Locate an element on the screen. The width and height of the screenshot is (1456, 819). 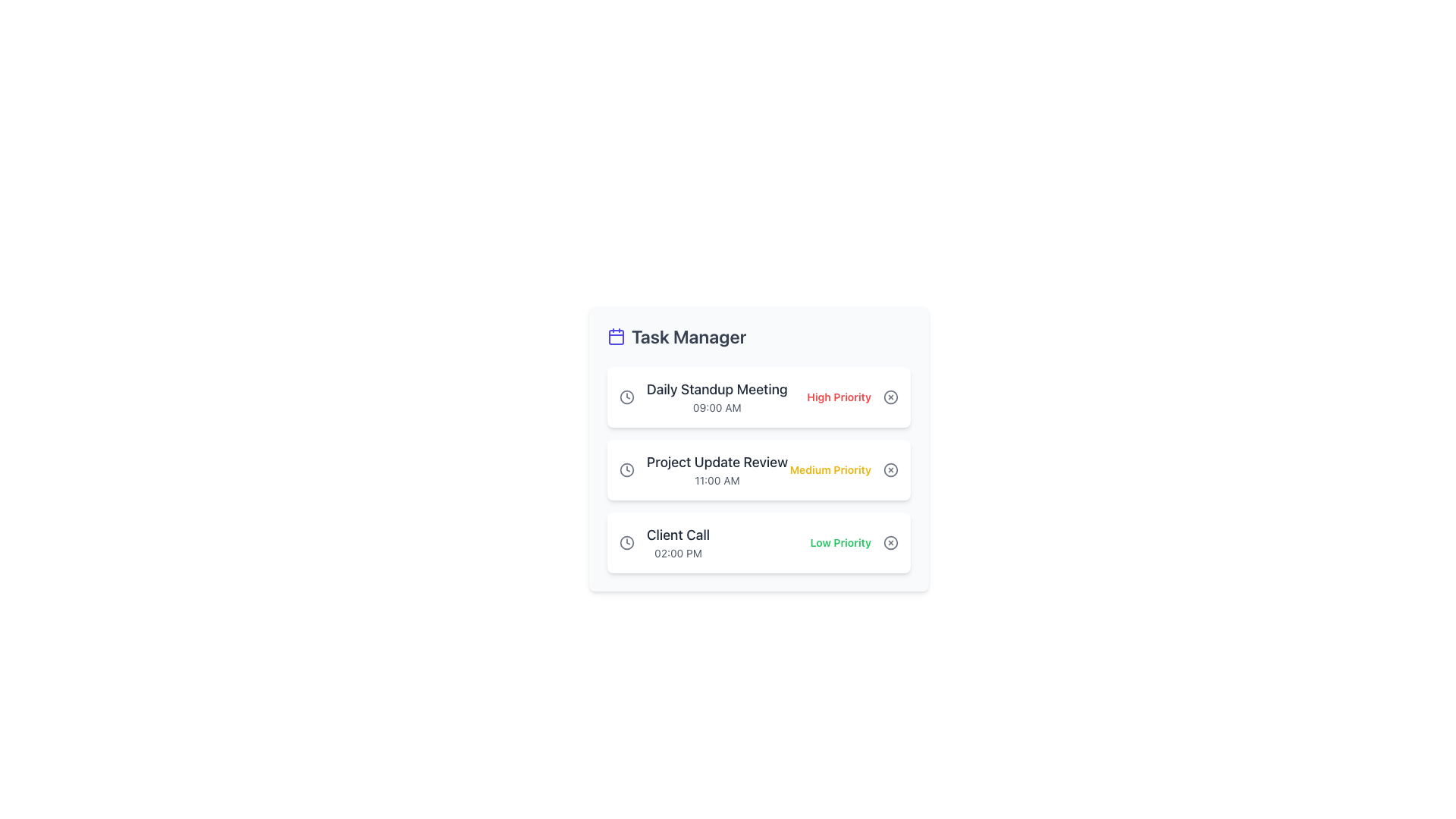
the Decorative Icon Component, which is a rounded square within the calendar icon located near the 'Task Manager' label is located at coordinates (616, 336).